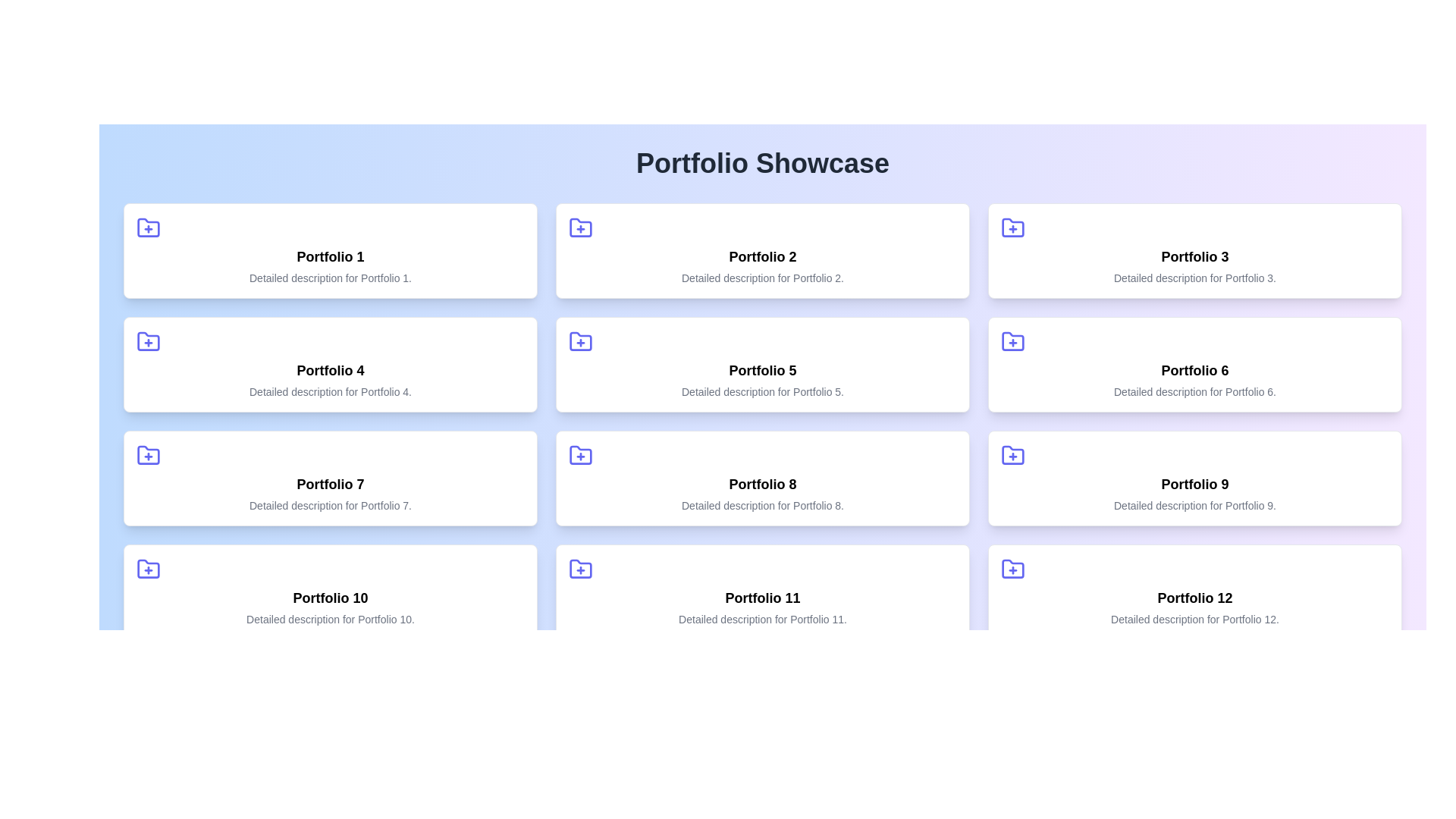 The image size is (1456, 819). Describe the element at coordinates (330, 506) in the screenshot. I see `the static text element that displays 'Detailed description for Portfolio 7.', located underneath the bold text 'Portfolio 7' within the card-like structure of the seventh portfolio item` at that location.